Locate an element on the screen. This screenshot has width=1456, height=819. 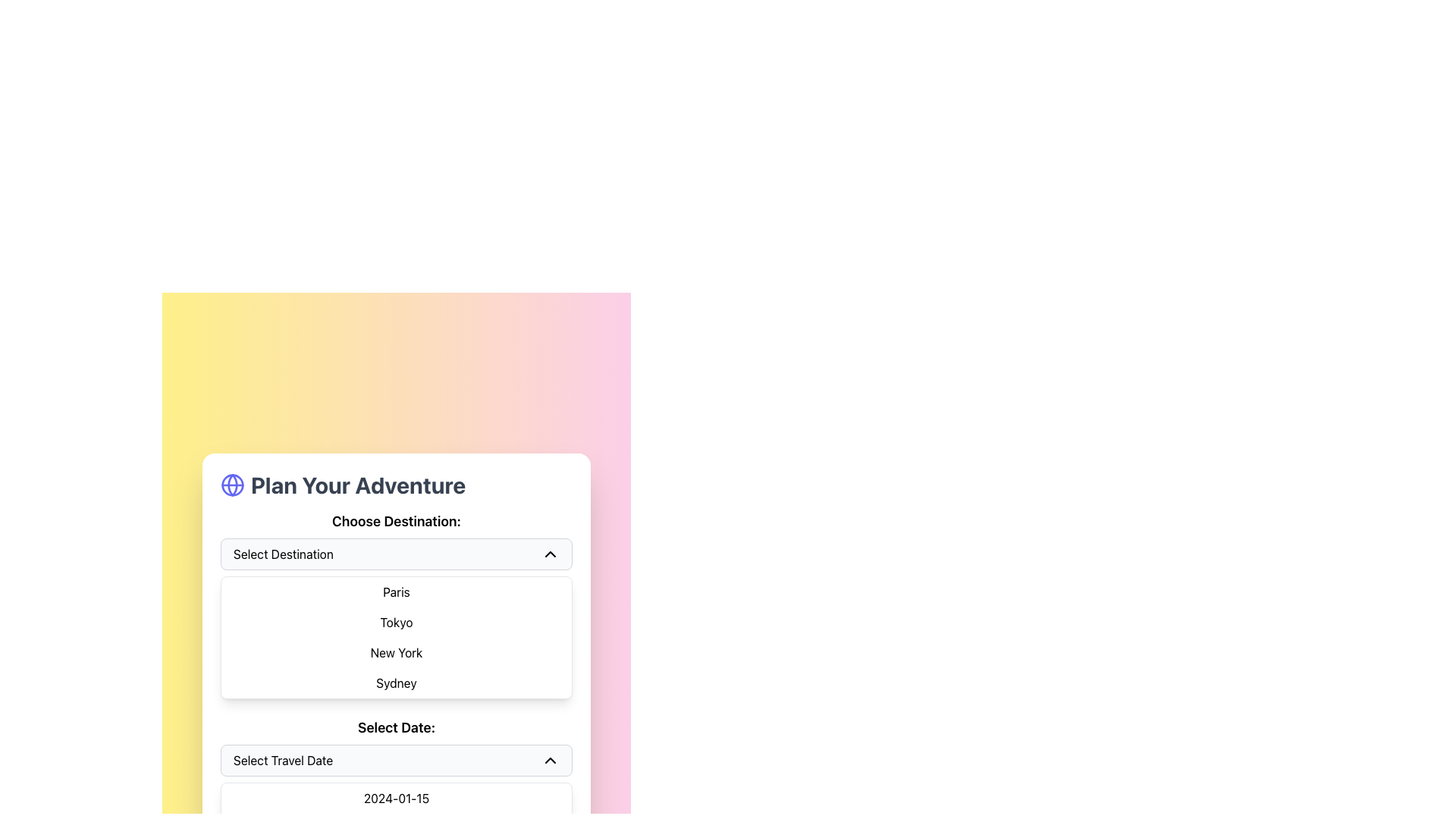
the 'Select Travel Date' dropdown button via keyboard navigation is located at coordinates (397, 760).